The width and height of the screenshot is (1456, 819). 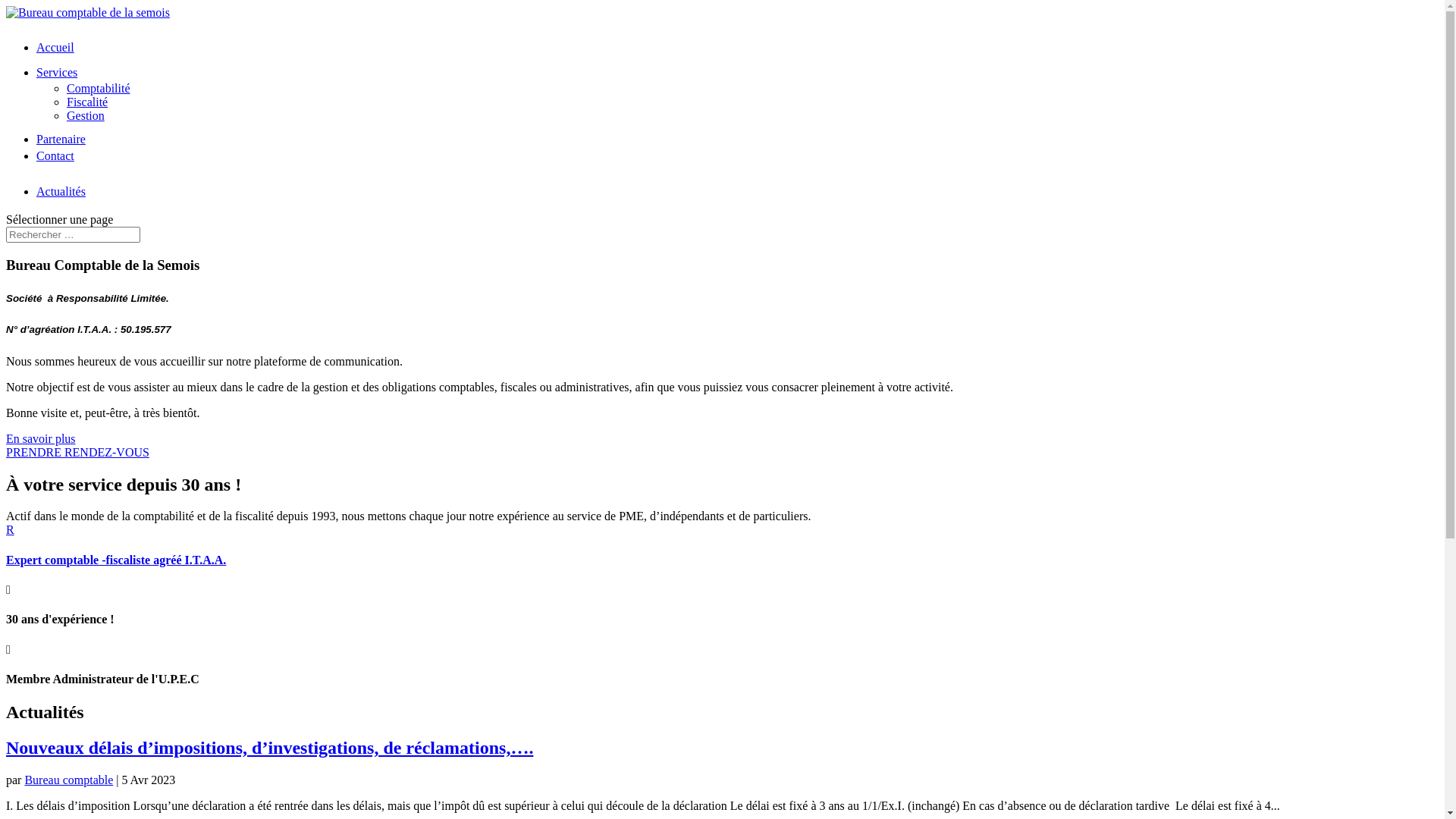 I want to click on 'R', so click(x=10, y=529).